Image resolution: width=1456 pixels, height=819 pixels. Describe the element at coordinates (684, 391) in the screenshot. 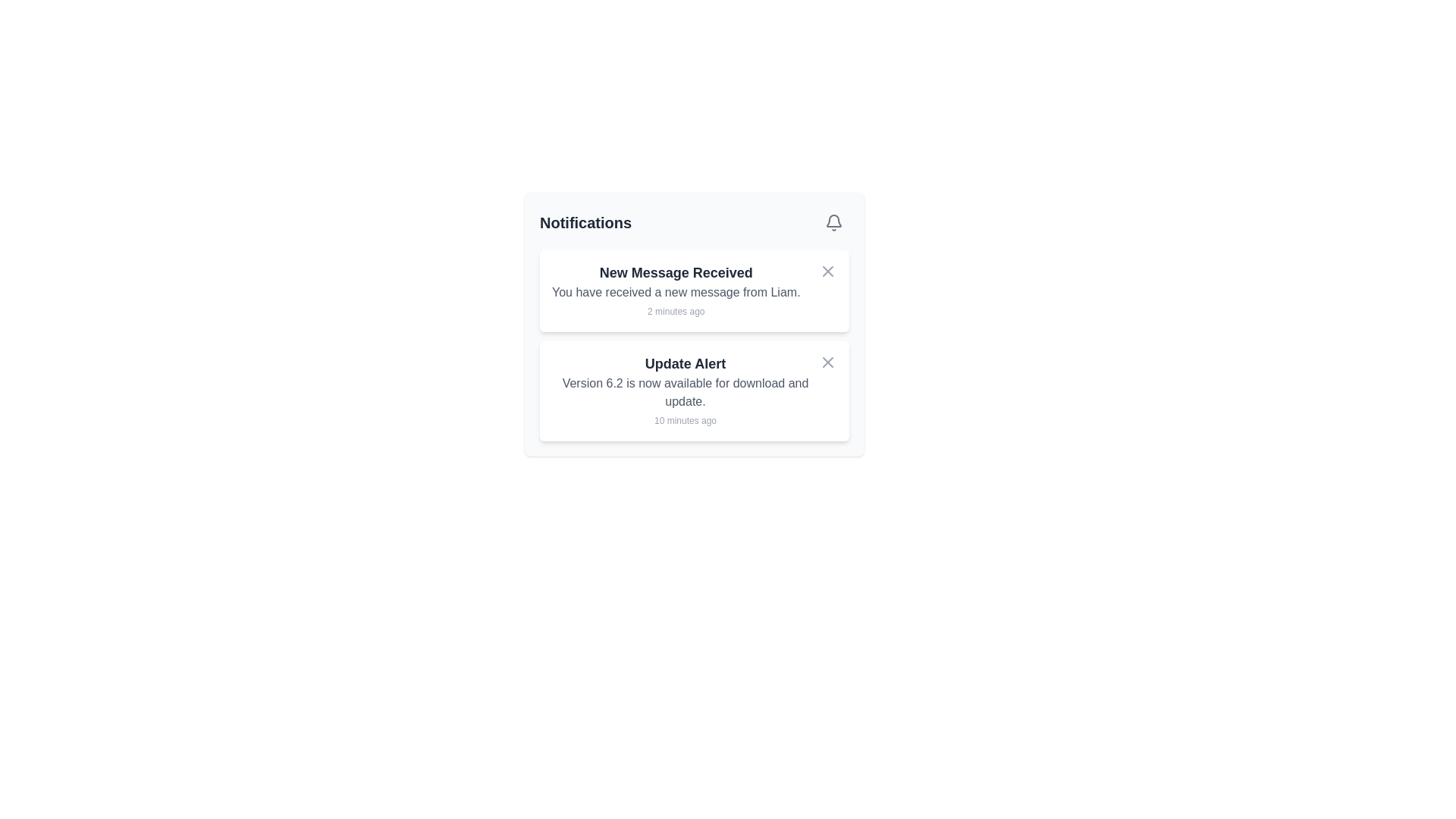

I see `the informational text about the new update, which is located between the 'Update Alert' title and the '10 minutes ago' timestamp in the second notification block` at that location.